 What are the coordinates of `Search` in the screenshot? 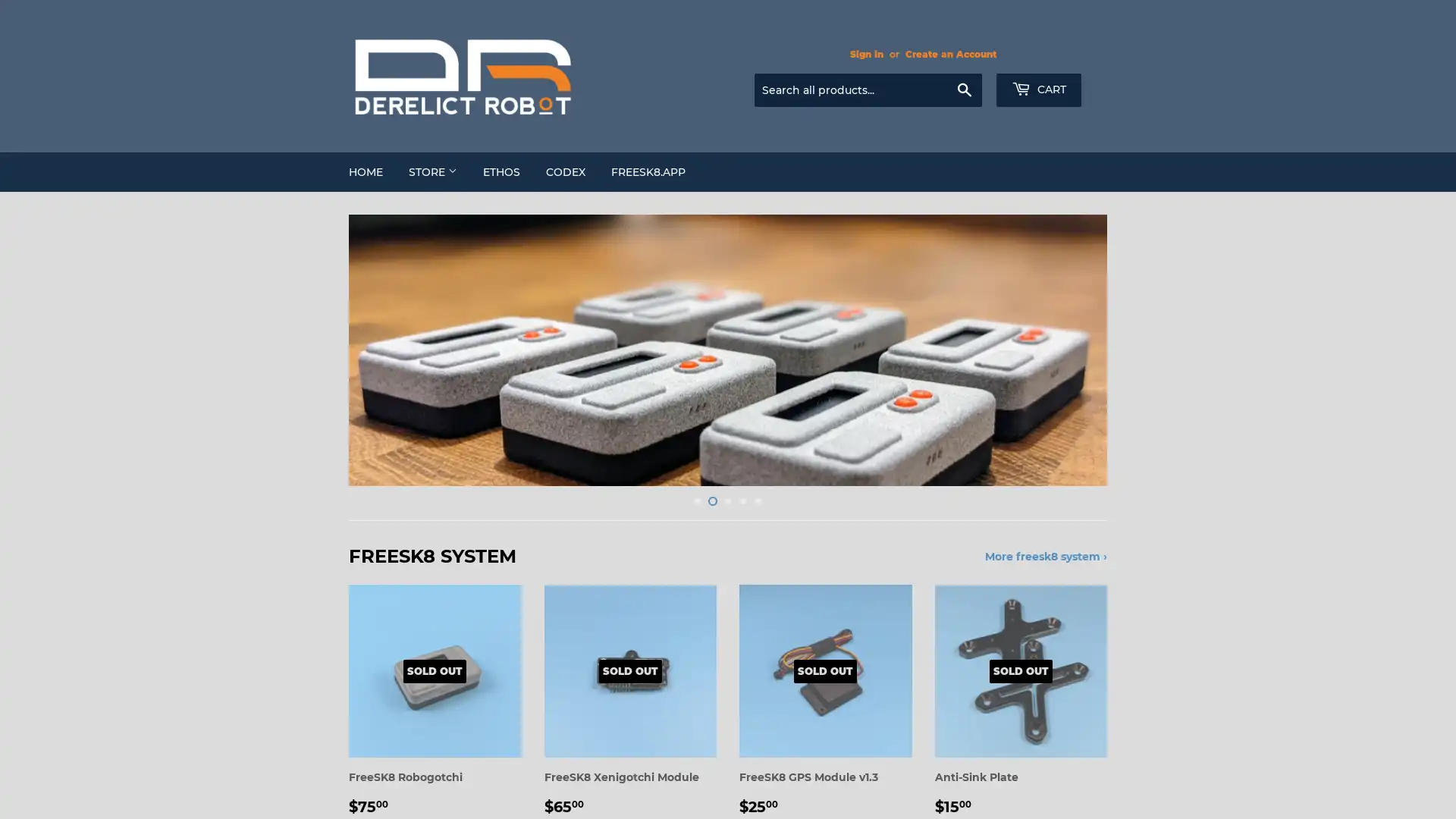 It's located at (963, 90).